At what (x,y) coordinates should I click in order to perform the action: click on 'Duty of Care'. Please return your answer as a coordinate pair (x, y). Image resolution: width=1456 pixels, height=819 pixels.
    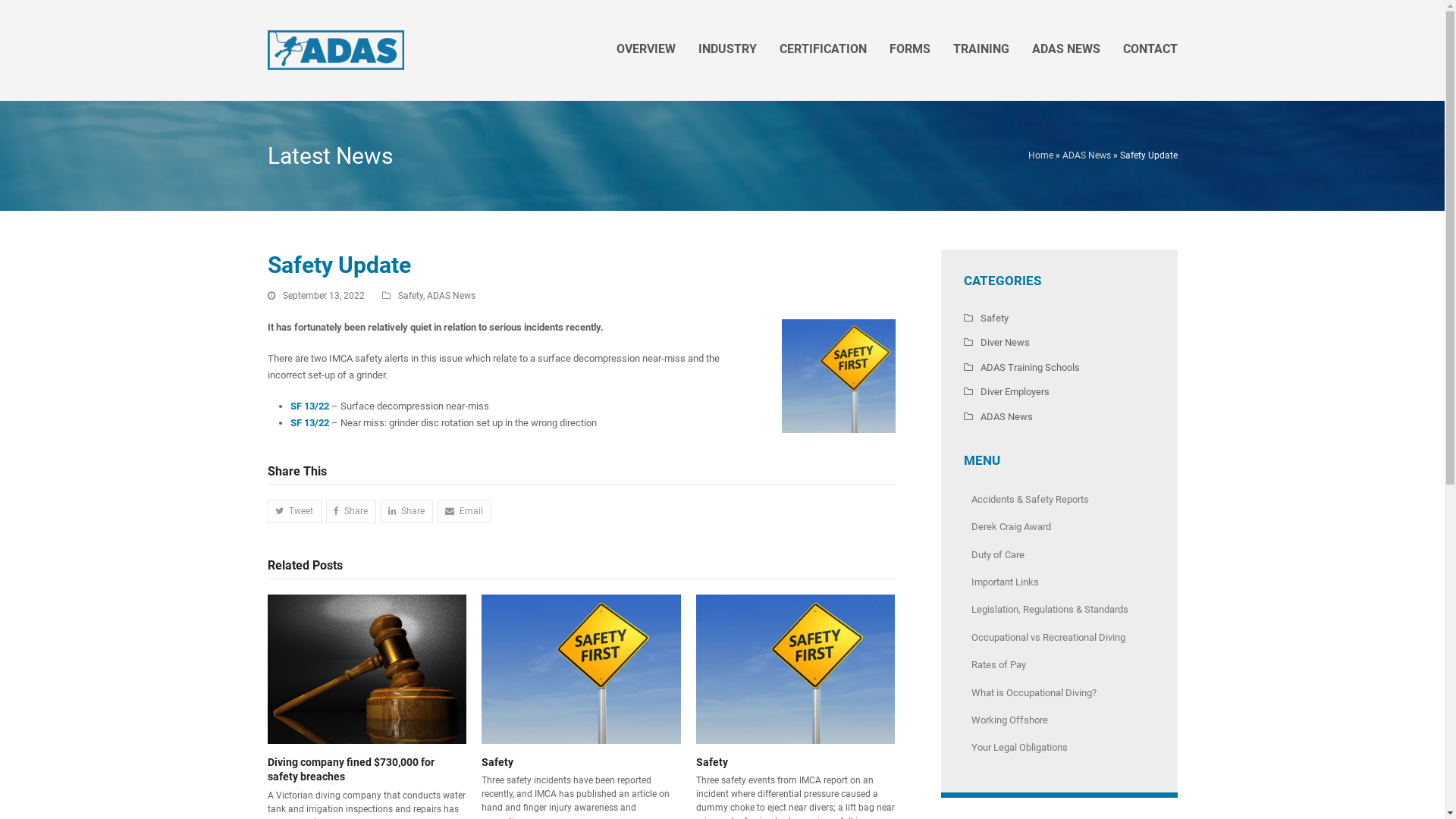
    Looking at the image, I should click on (962, 555).